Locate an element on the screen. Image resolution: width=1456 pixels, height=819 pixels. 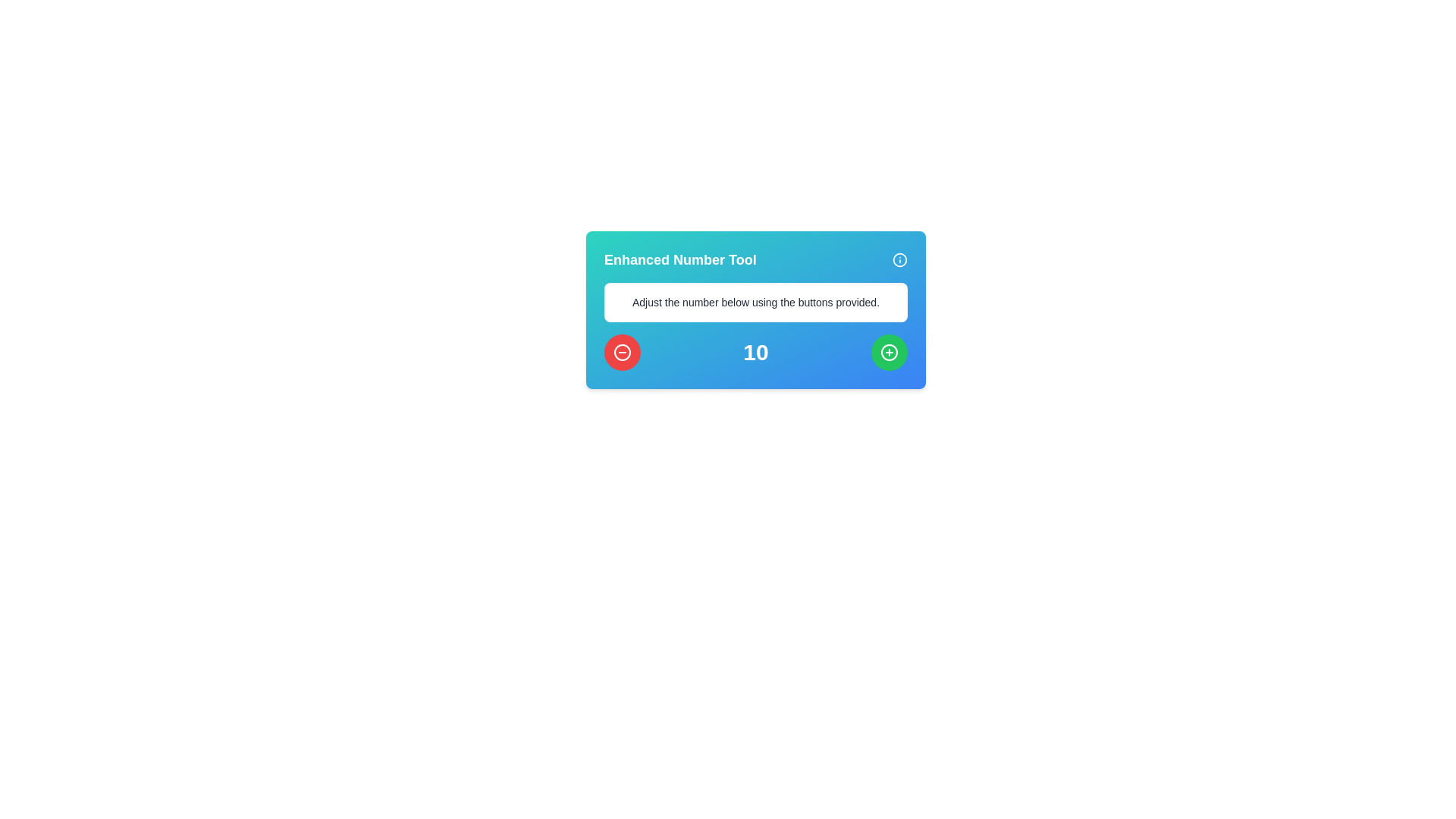
the interactive button located in the bottom-right section of the card UI with a green background is located at coordinates (889, 353).